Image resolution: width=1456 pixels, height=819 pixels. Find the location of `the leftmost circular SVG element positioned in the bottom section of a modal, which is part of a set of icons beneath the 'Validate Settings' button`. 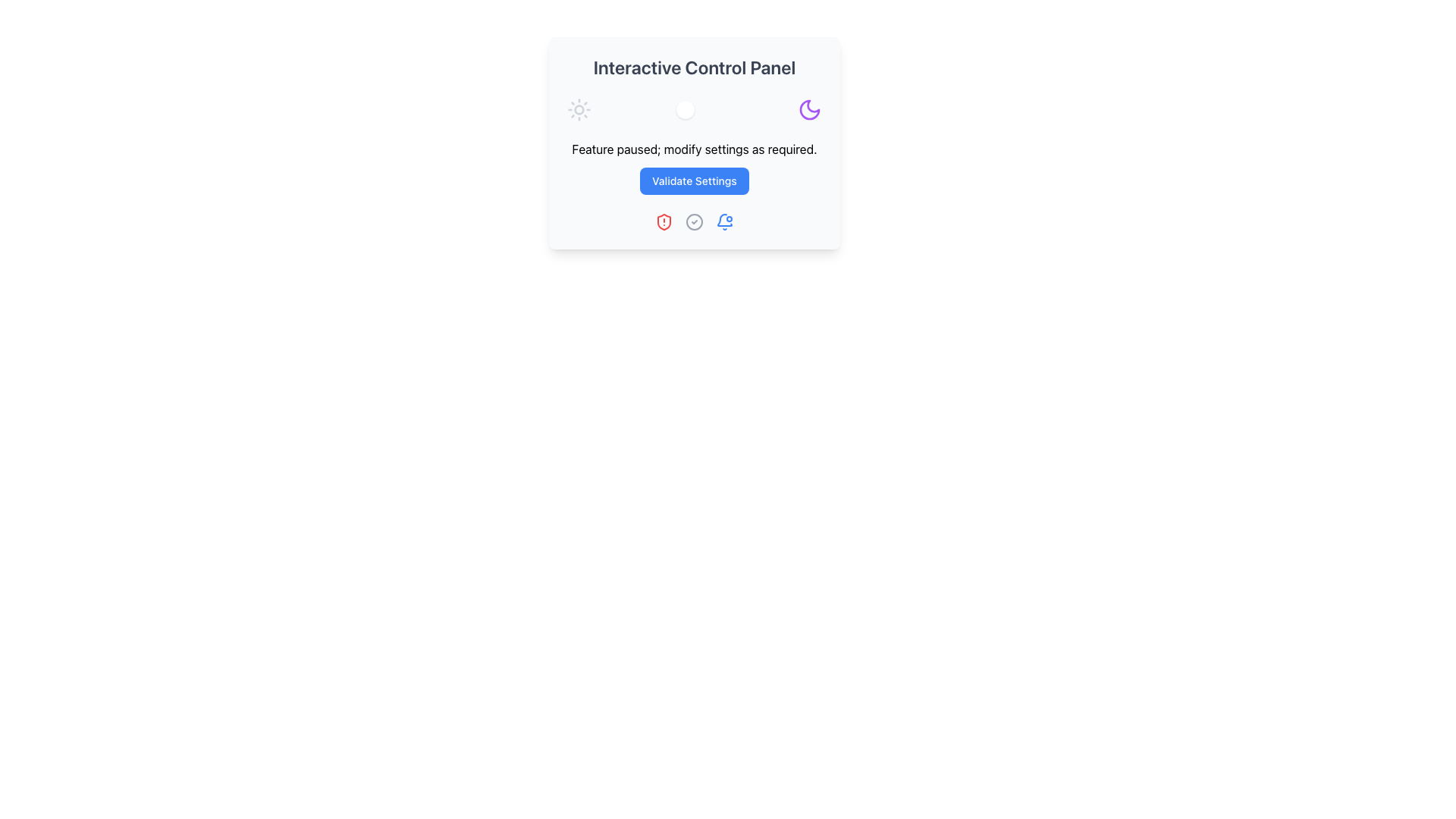

the leftmost circular SVG element positioned in the bottom section of a modal, which is part of a set of icons beneath the 'Validate Settings' button is located at coordinates (694, 222).